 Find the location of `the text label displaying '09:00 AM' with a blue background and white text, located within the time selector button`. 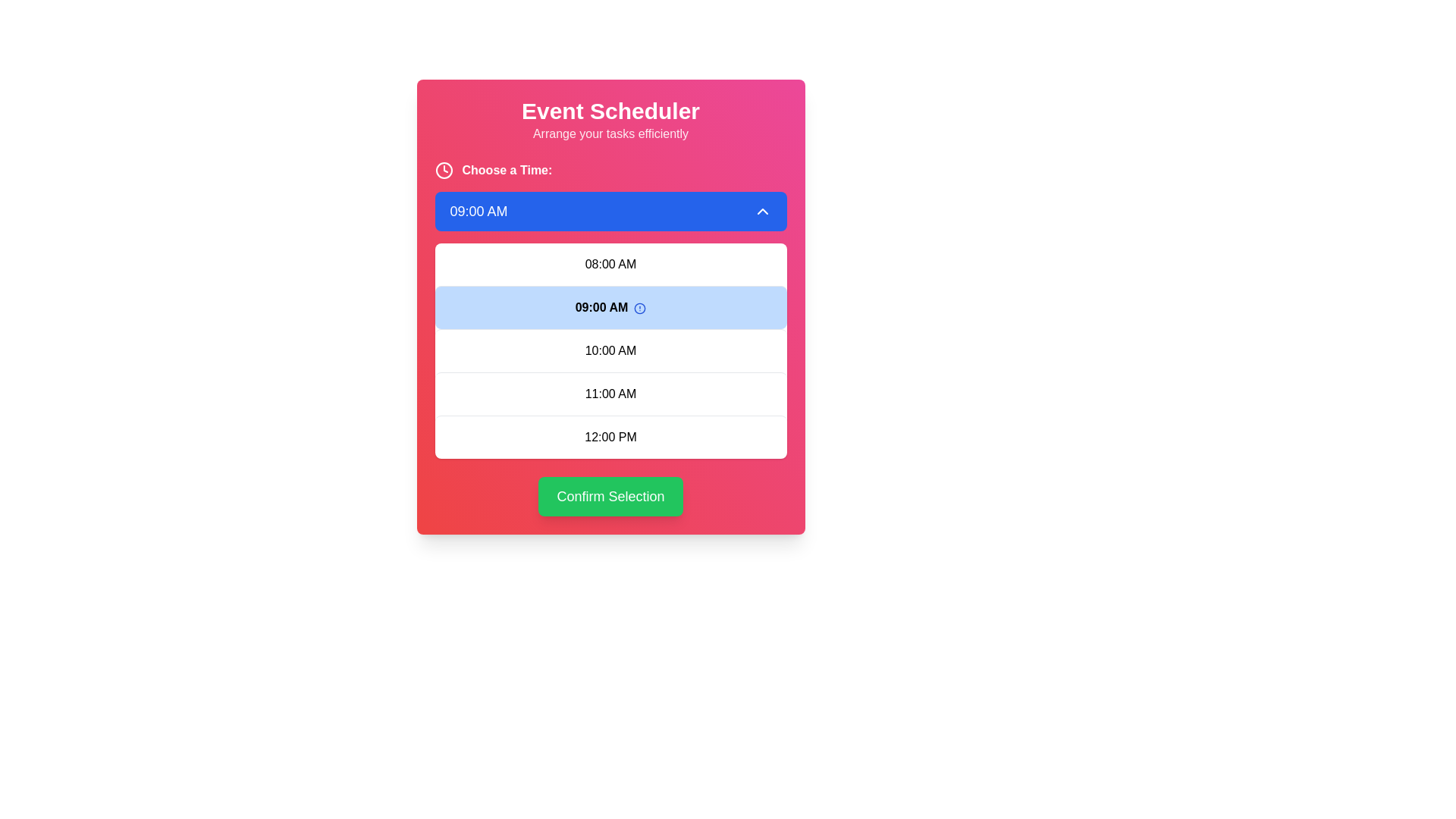

the text label displaying '09:00 AM' with a blue background and white text, located within the time selector button is located at coordinates (478, 211).